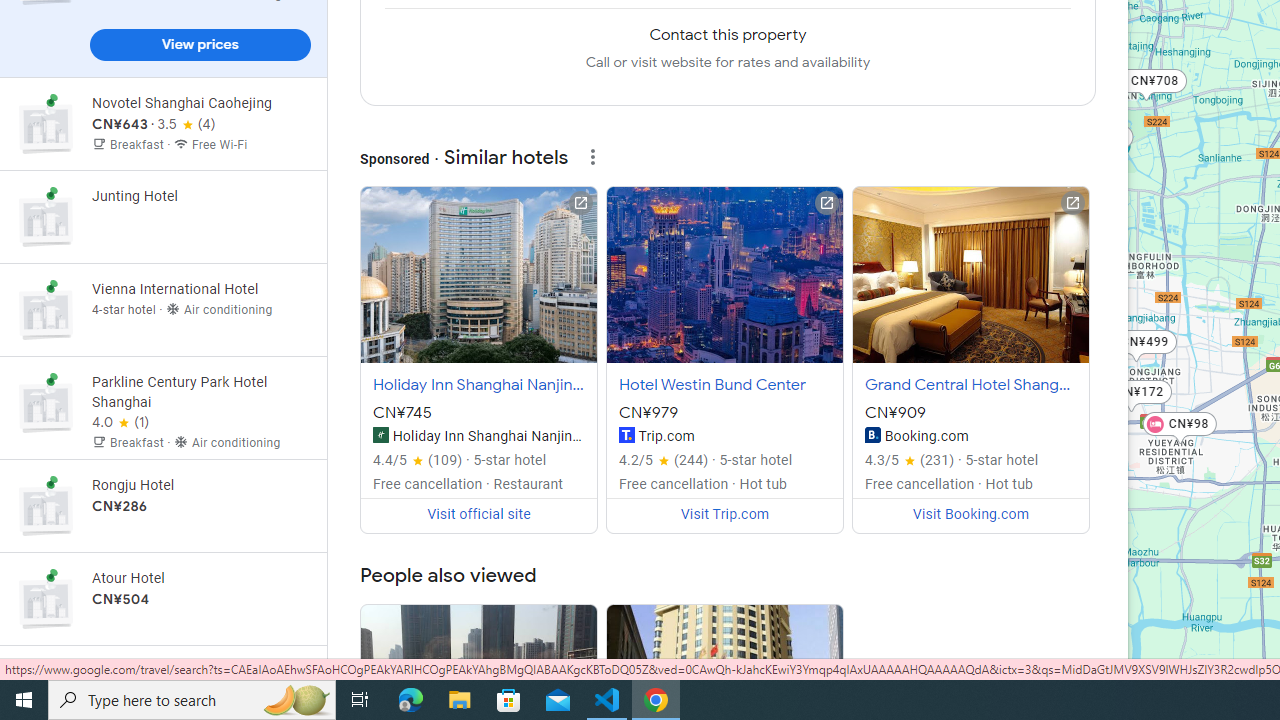 This screenshot has width=1280, height=720. Describe the element at coordinates (909, 460) in the screenshot. I see `'4.3 out of 5 stars from 231 reviews'` at that location.